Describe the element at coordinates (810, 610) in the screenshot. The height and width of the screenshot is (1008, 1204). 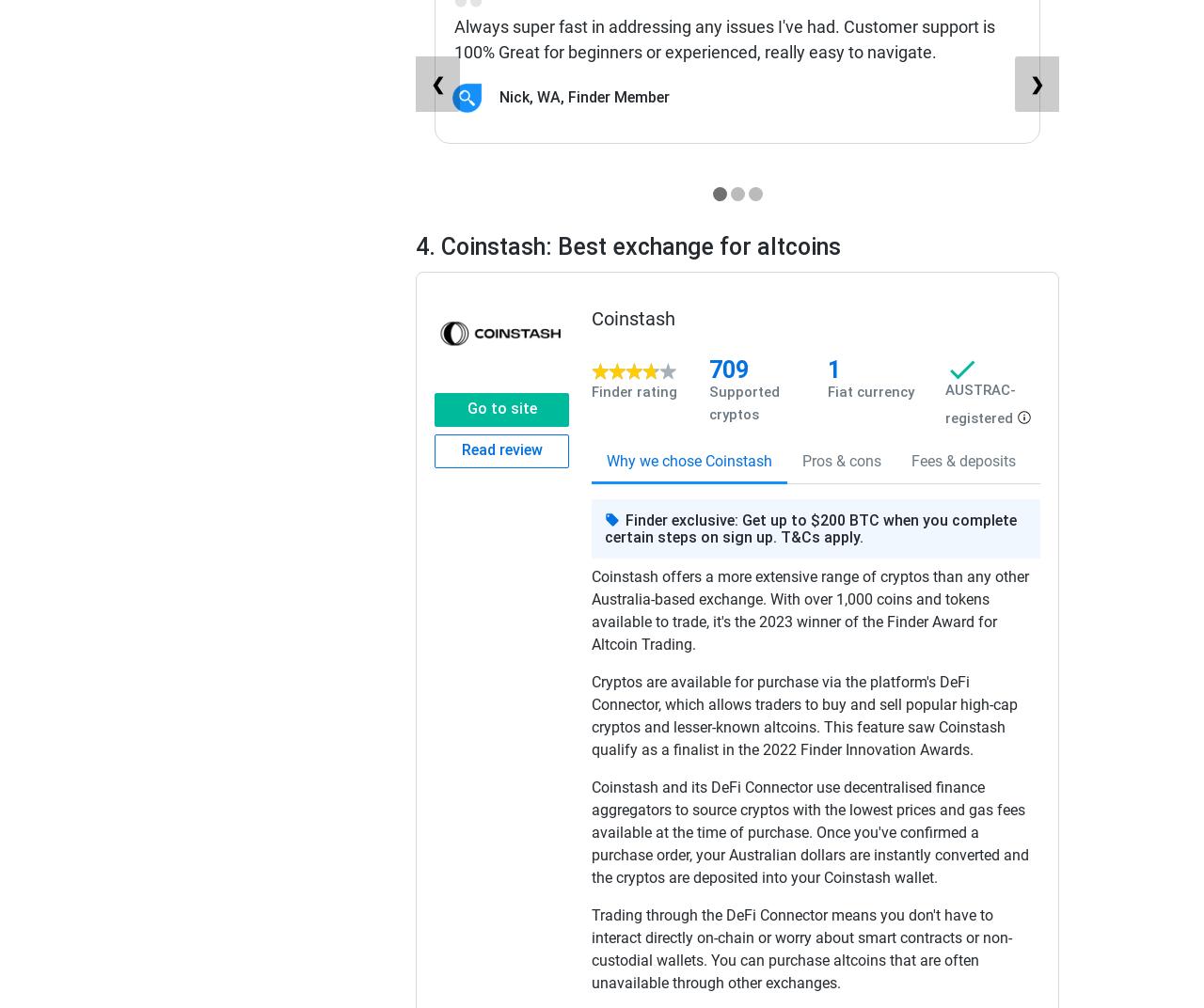
I see `'Coinstash offers a more extensive range of cryptos than any other Australia-based exchange. With over 1,000 coins and tokens available to trade, it's the 2023 winner of the Finder Award for Altcoin Trading.'` at that location.